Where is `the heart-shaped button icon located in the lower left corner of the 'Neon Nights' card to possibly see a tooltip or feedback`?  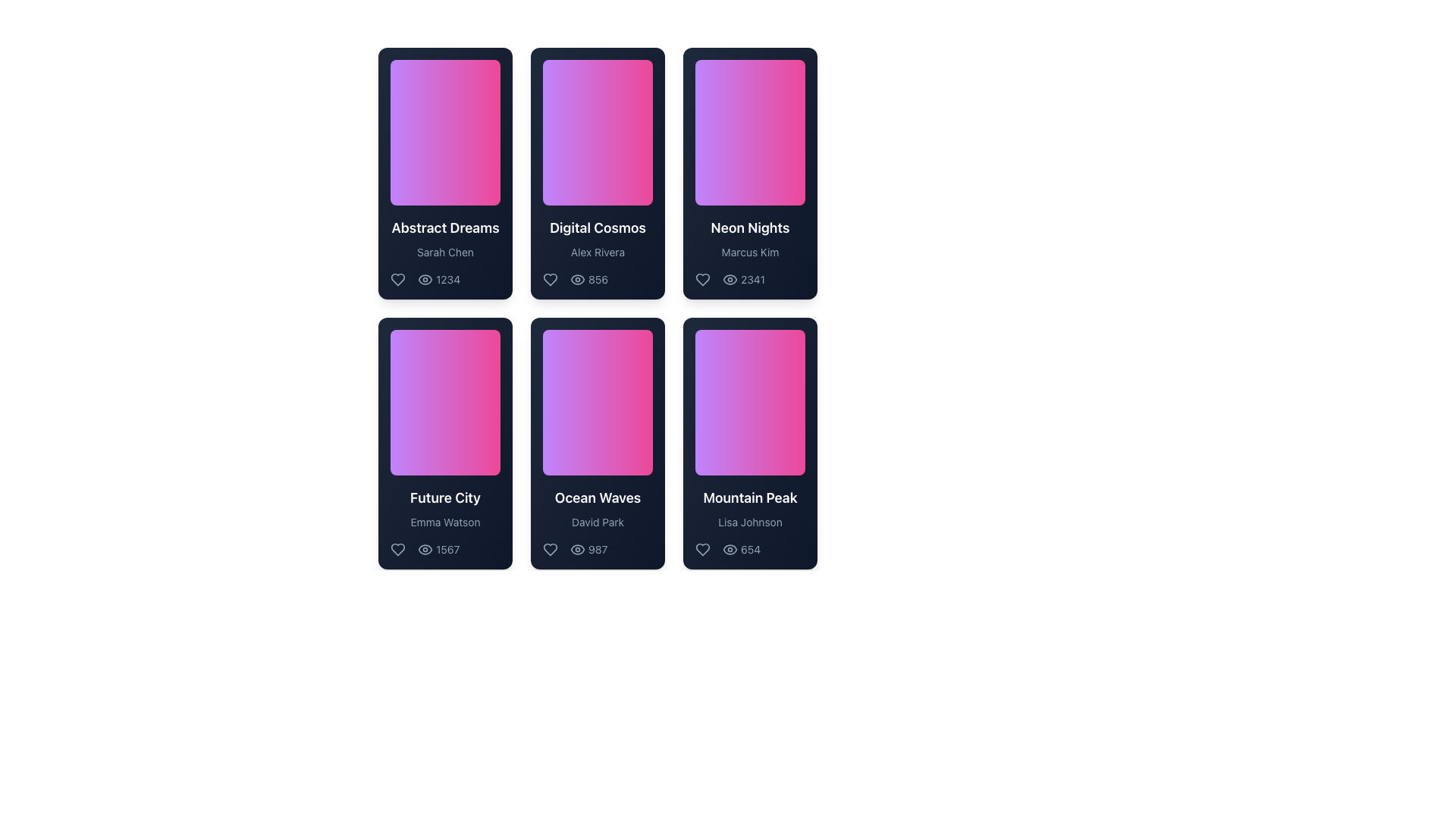
the heart-shaped button icon located in the lower left corner of the 'Neon Nights' card to possibly see a tooltip or feedback is located at coordinates (701, 280).